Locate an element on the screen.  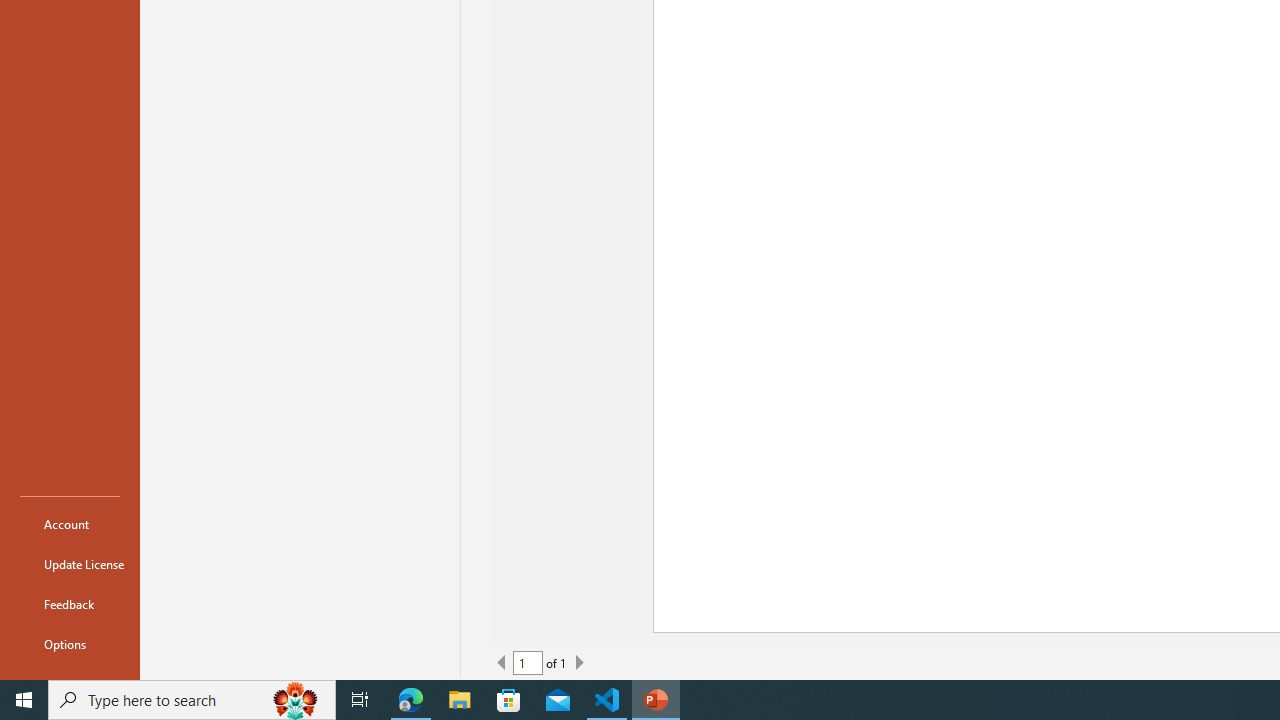
'Next Page' is located at coordinates (578, 663).